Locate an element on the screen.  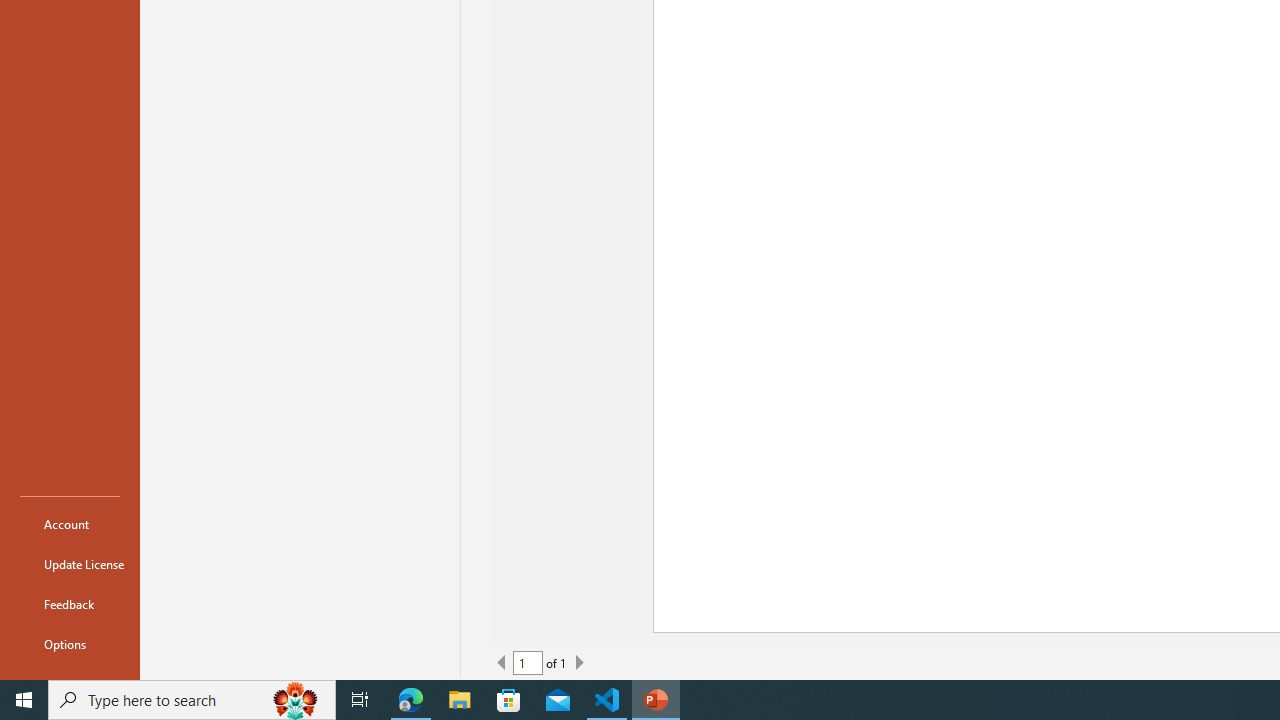
'Next Page' is located at coordinates (578, 663).